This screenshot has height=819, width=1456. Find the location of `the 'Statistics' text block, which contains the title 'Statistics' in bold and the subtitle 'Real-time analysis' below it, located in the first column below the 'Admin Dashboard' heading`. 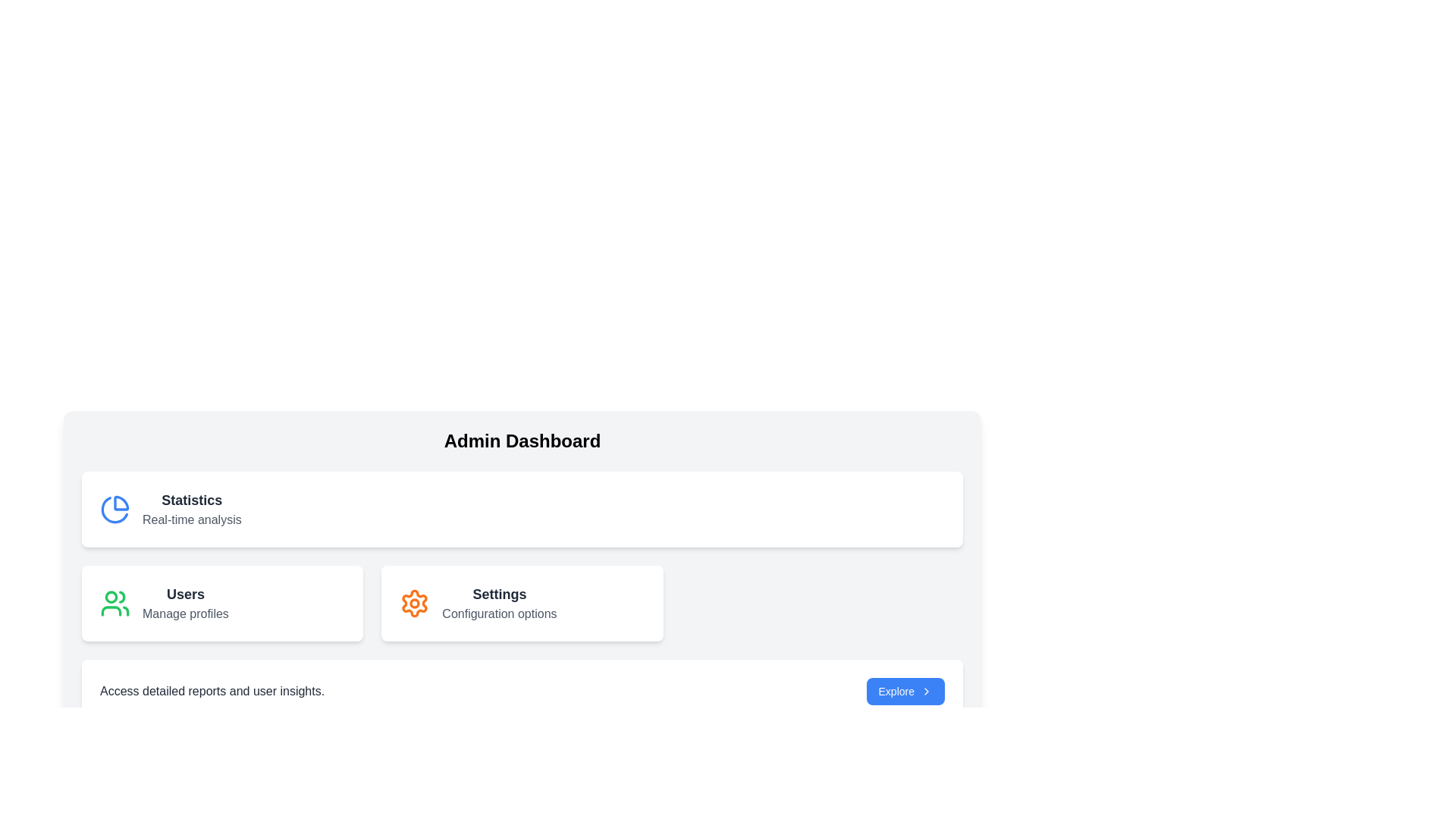

the 'Statistics' text block, which contains the title 'Statistics' in bold and the subtitle 'Real-time analysis' below it, located in the first column below the 'Admin Dashboard' heading is located at coordinates (191, 509).